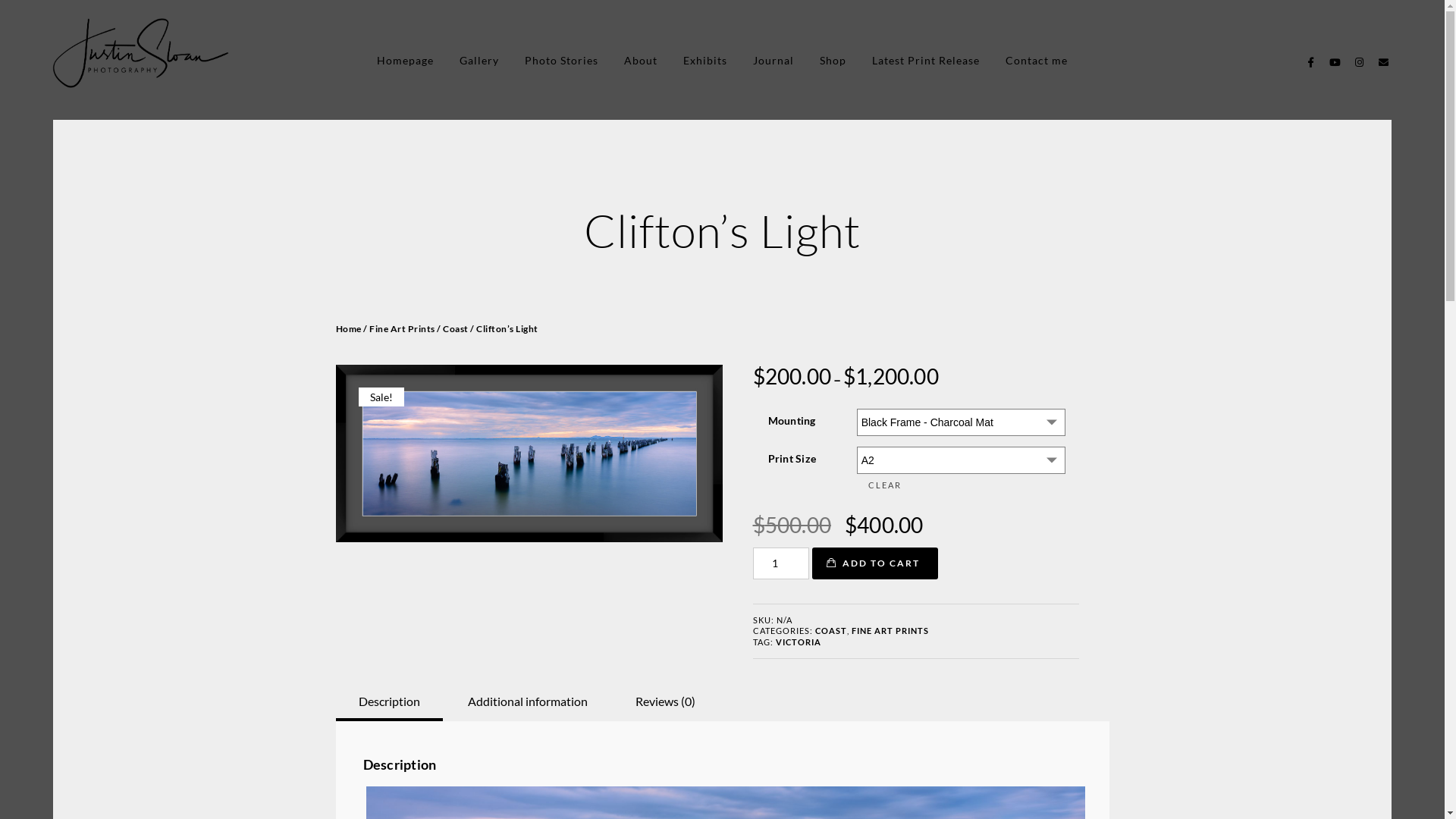  What do you see at coordinates (528, 452) in the screenshot?
I see `'JS0072CLLE_black-charcoal-65x24'` at bounding box center [528, 452].